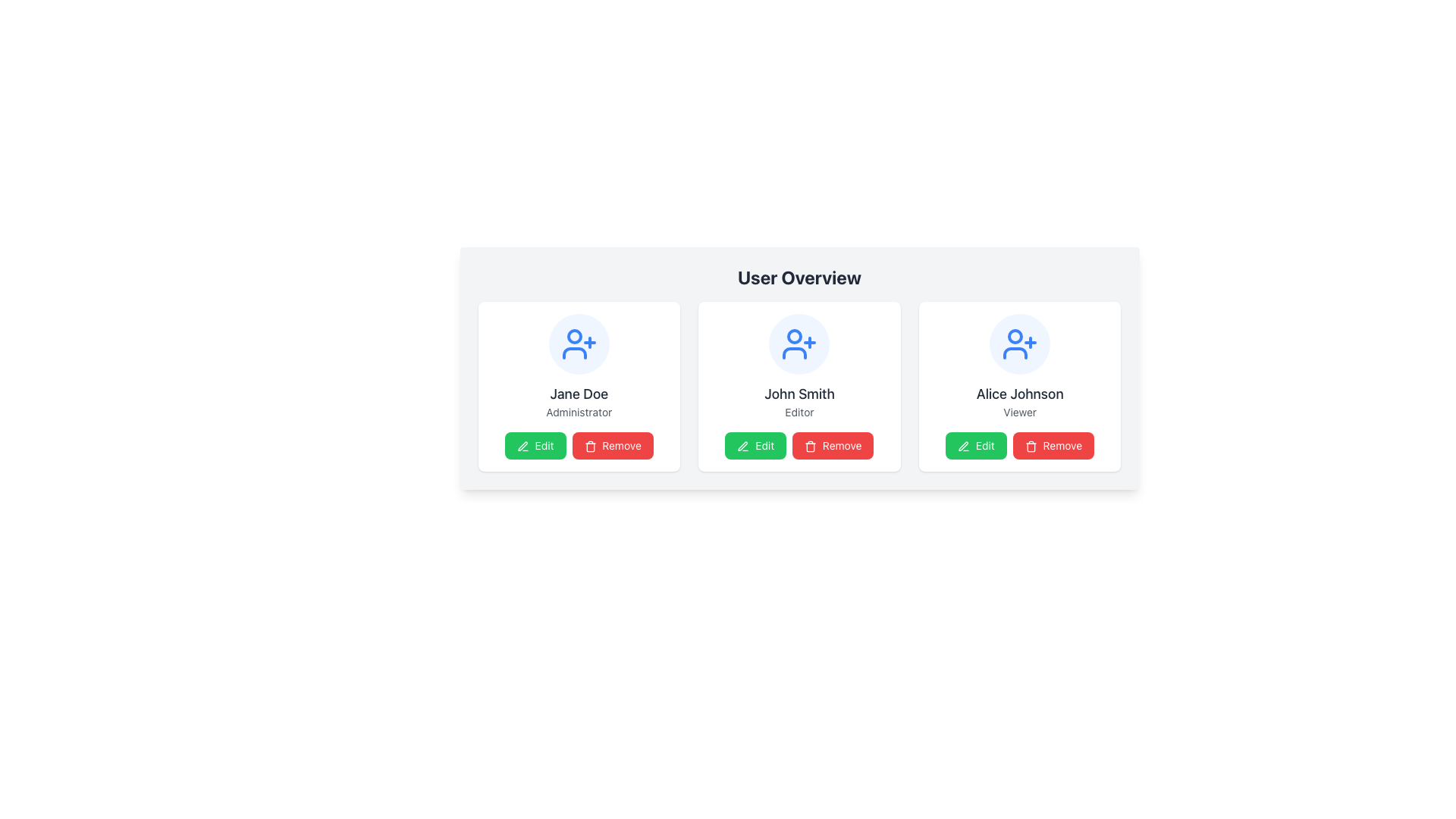  Describe the element at coordinates (1020, 394) in the screenshot. I see `the text label displaying the name 'Alice Johnson' which is located in the rightmost card of a three-card horizontal layout, positioned above the subtitle 'Viewer' and below a user avatar` at that location.